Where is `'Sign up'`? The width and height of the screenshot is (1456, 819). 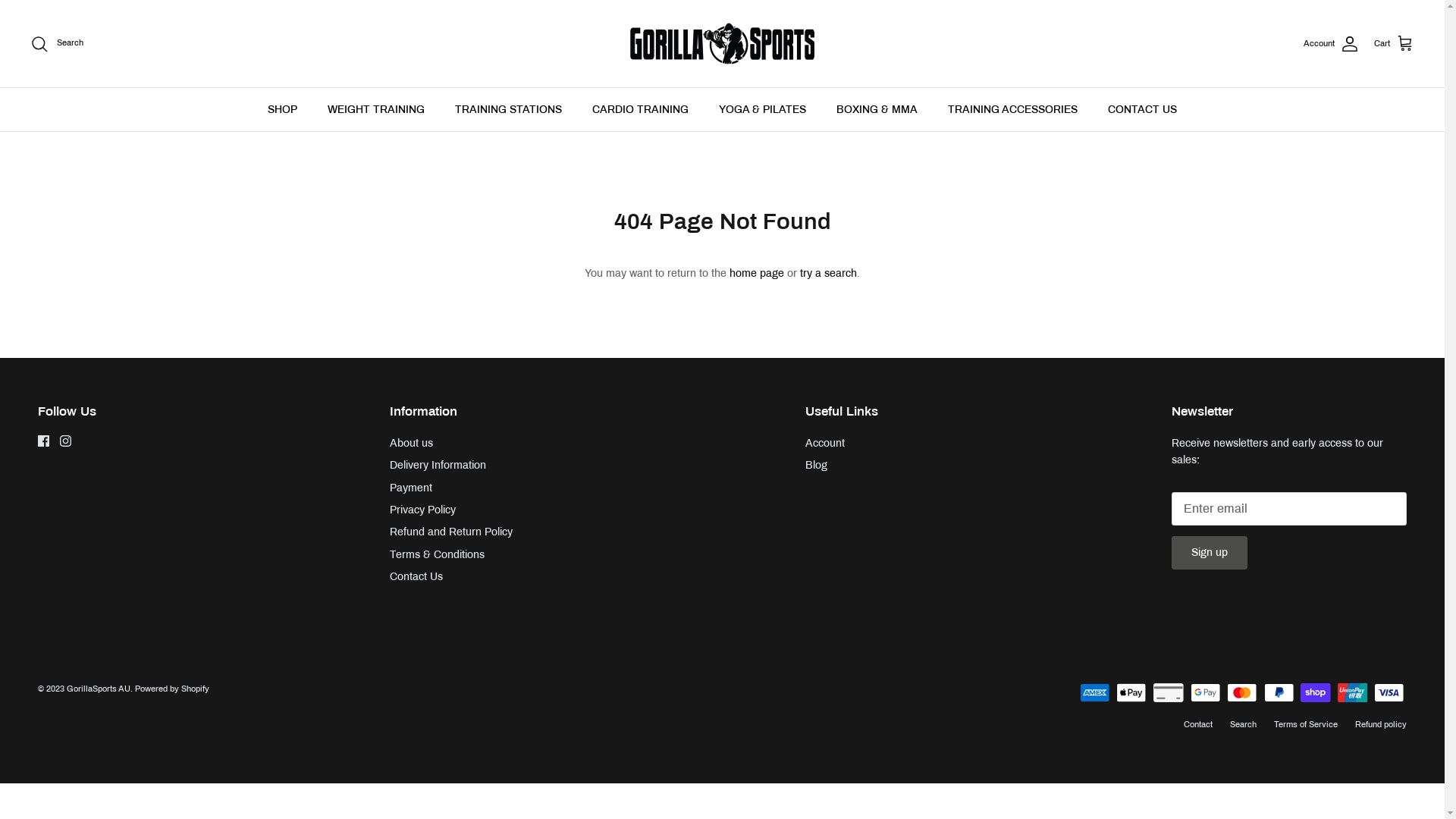 'Sign up' is located at coordinates (1208, 553).